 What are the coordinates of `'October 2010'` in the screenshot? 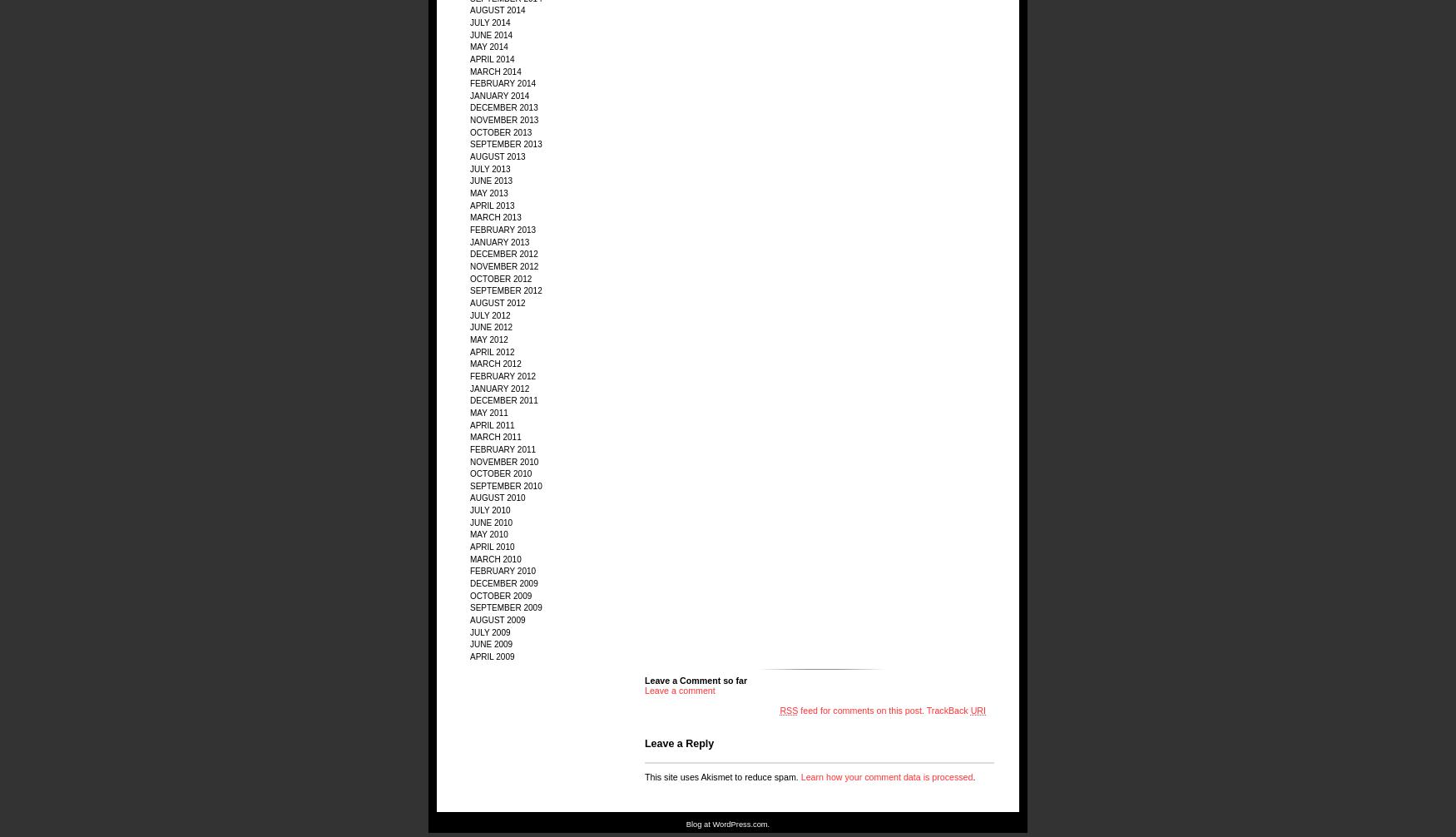 It's located at (501, 473).